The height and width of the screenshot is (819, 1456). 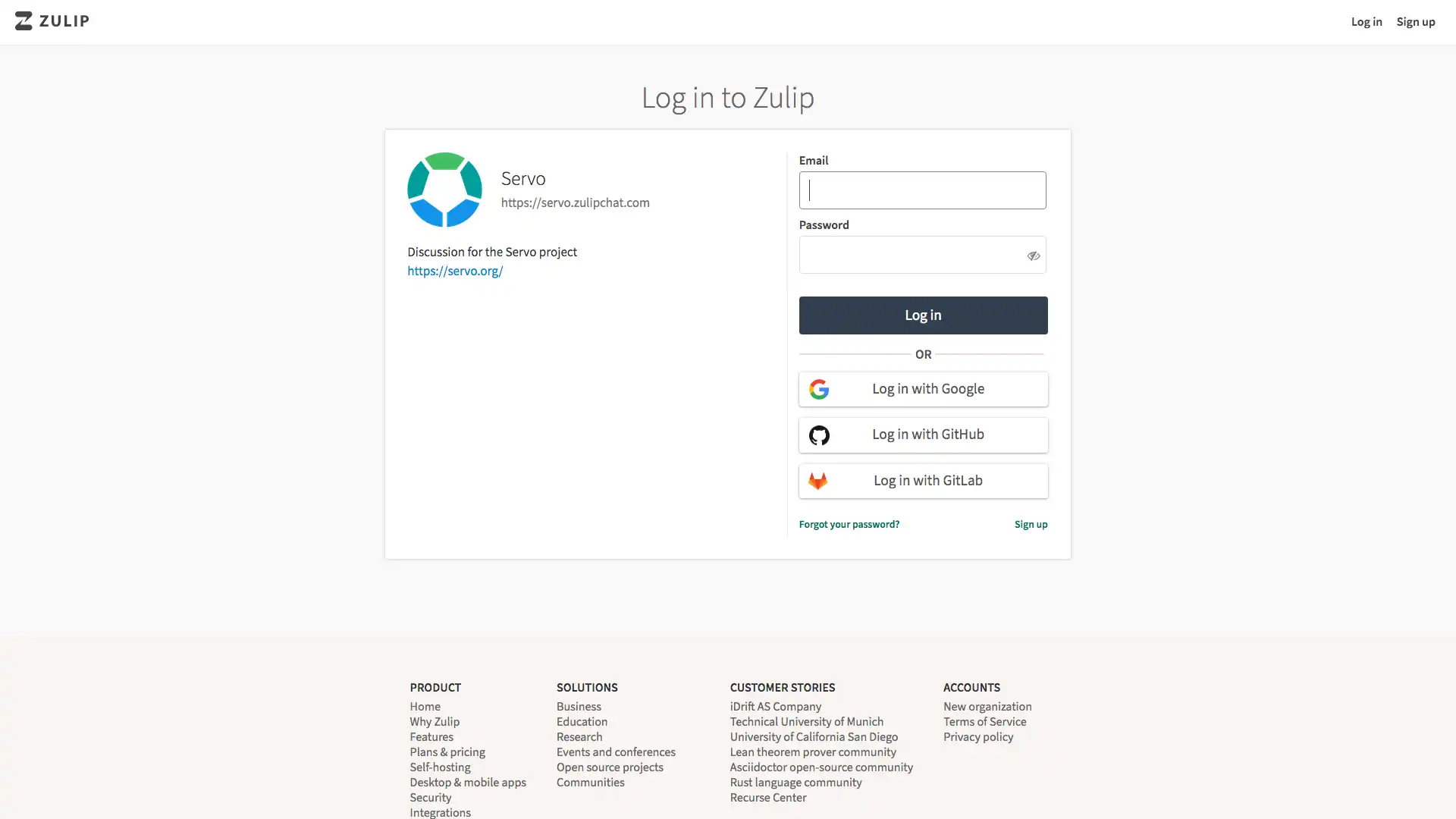 What do you see at coordinates (922, 480) in the screenshot?
I see `Log in with GitLab` at bounding box center [922, 480].